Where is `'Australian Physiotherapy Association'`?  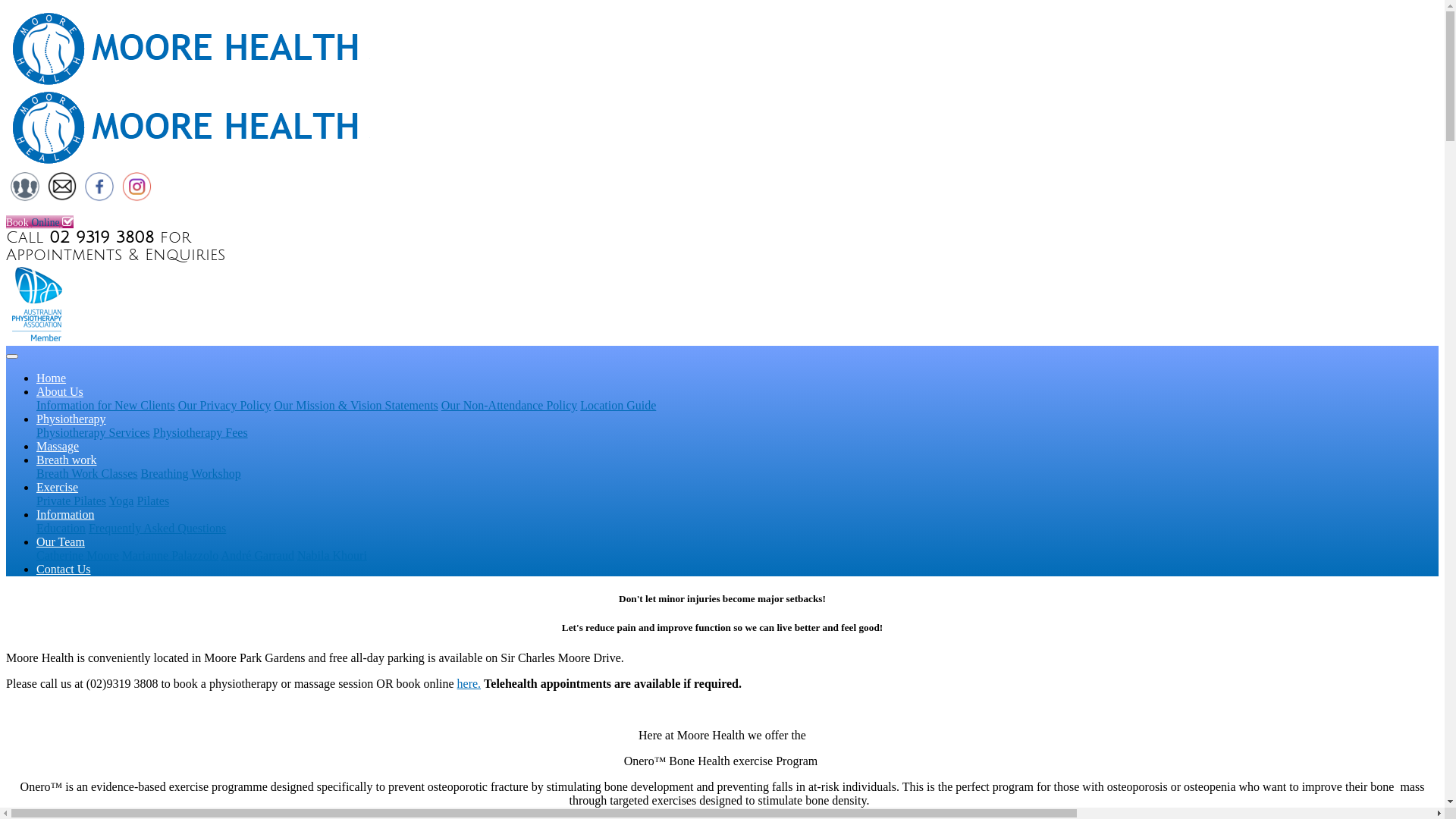 'Australian Physiotherapy Association' is located at coordinates (39, 337).